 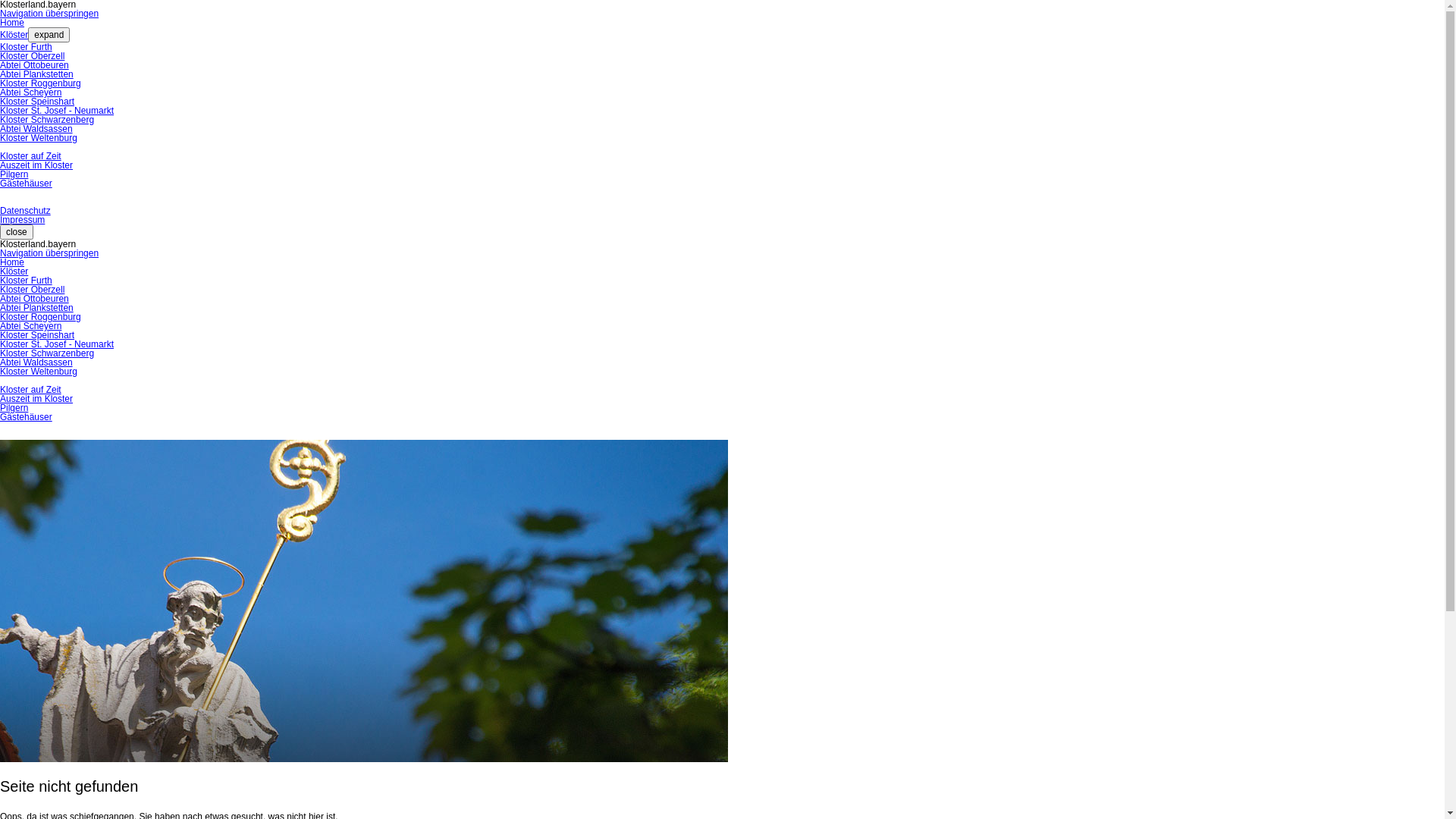 I want to click on 'Abtei Scheyern', so click(x=30, y=93).